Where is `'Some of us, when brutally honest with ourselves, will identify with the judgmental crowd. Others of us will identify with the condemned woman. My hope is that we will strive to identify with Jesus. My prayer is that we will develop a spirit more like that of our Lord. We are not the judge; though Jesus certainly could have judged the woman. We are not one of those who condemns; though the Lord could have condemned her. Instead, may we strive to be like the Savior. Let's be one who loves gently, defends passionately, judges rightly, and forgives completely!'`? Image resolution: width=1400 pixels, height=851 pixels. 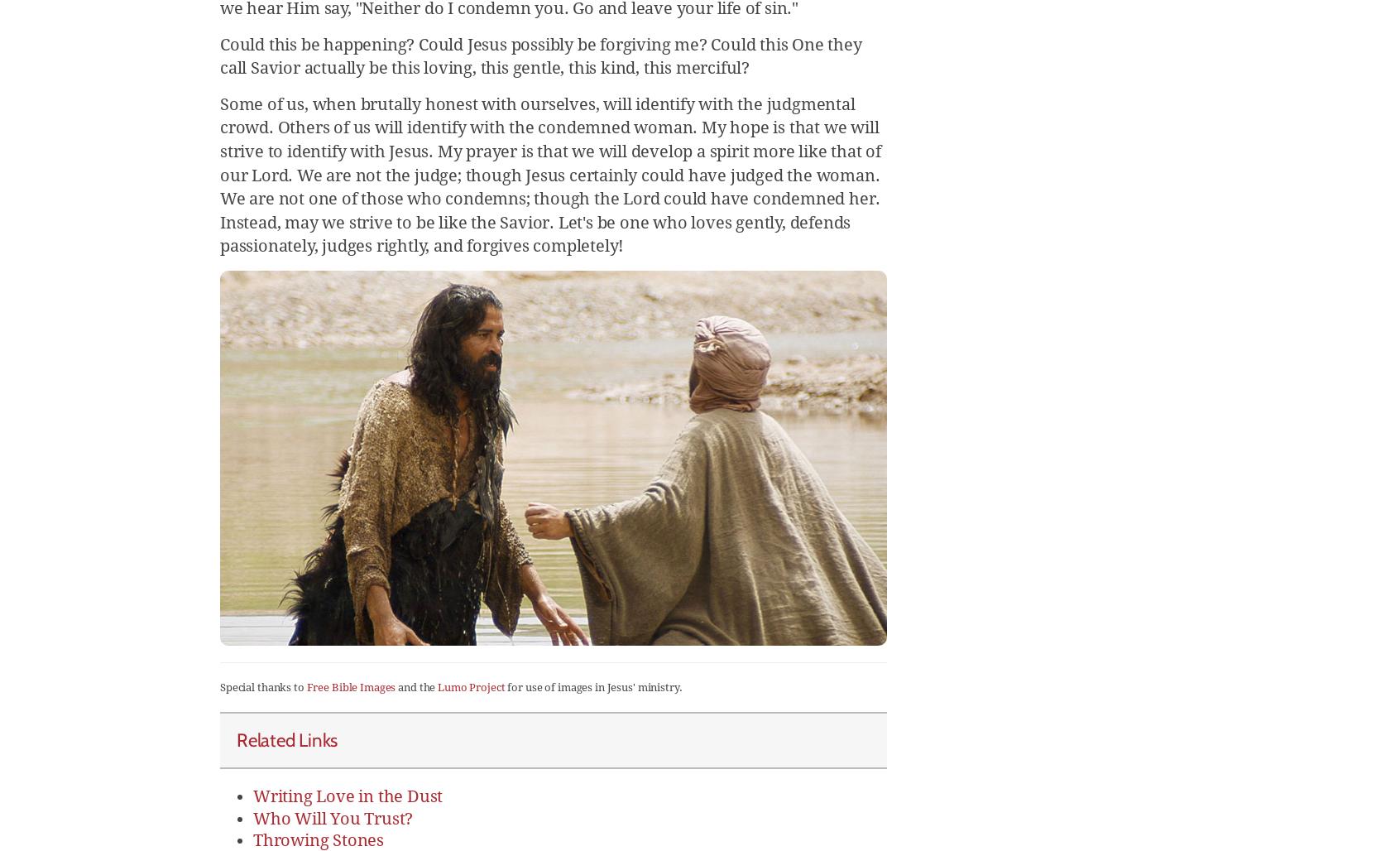
'Some of us, when brutally honest with ourselves, will identify with the judgmental crowd. Others of us will identify with the condemned woman. My hope is that we will strive to identify with Jesus. My prayer is that we will develop a spirit more like that of our Lord. We are not the judge; though Jesus certainly could have judged the woman. We are not one of those who condemns; though the Lord could have condemned her. Instead, may we strive to be like the Savior. Let's be one who loves gently, defends passionately, judges rightly, and forgives completely!' is located at coordinates (219, 174).